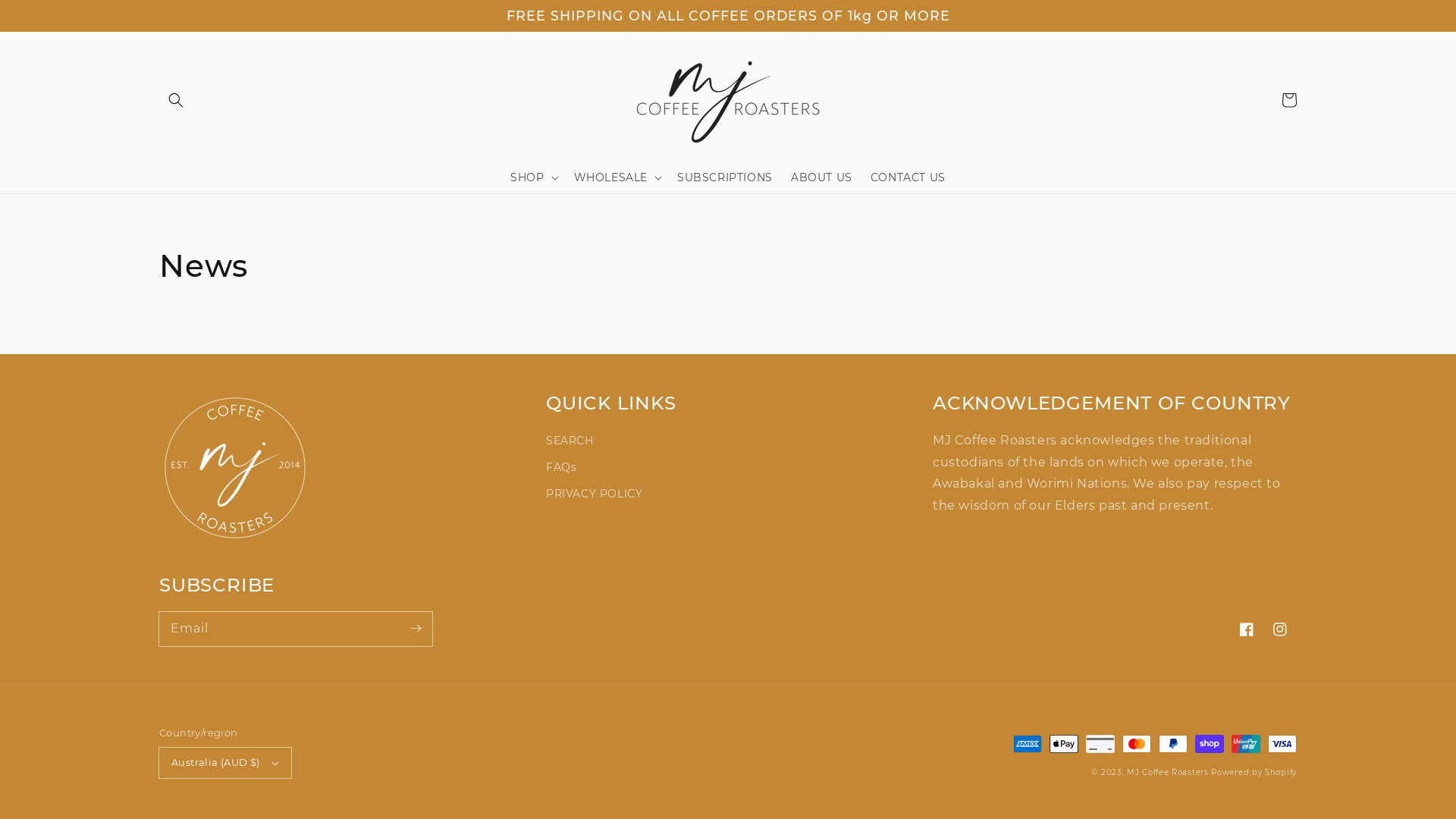 The image size is (1456, 819). I want to click on 'Instagram', so click(1279, 629).